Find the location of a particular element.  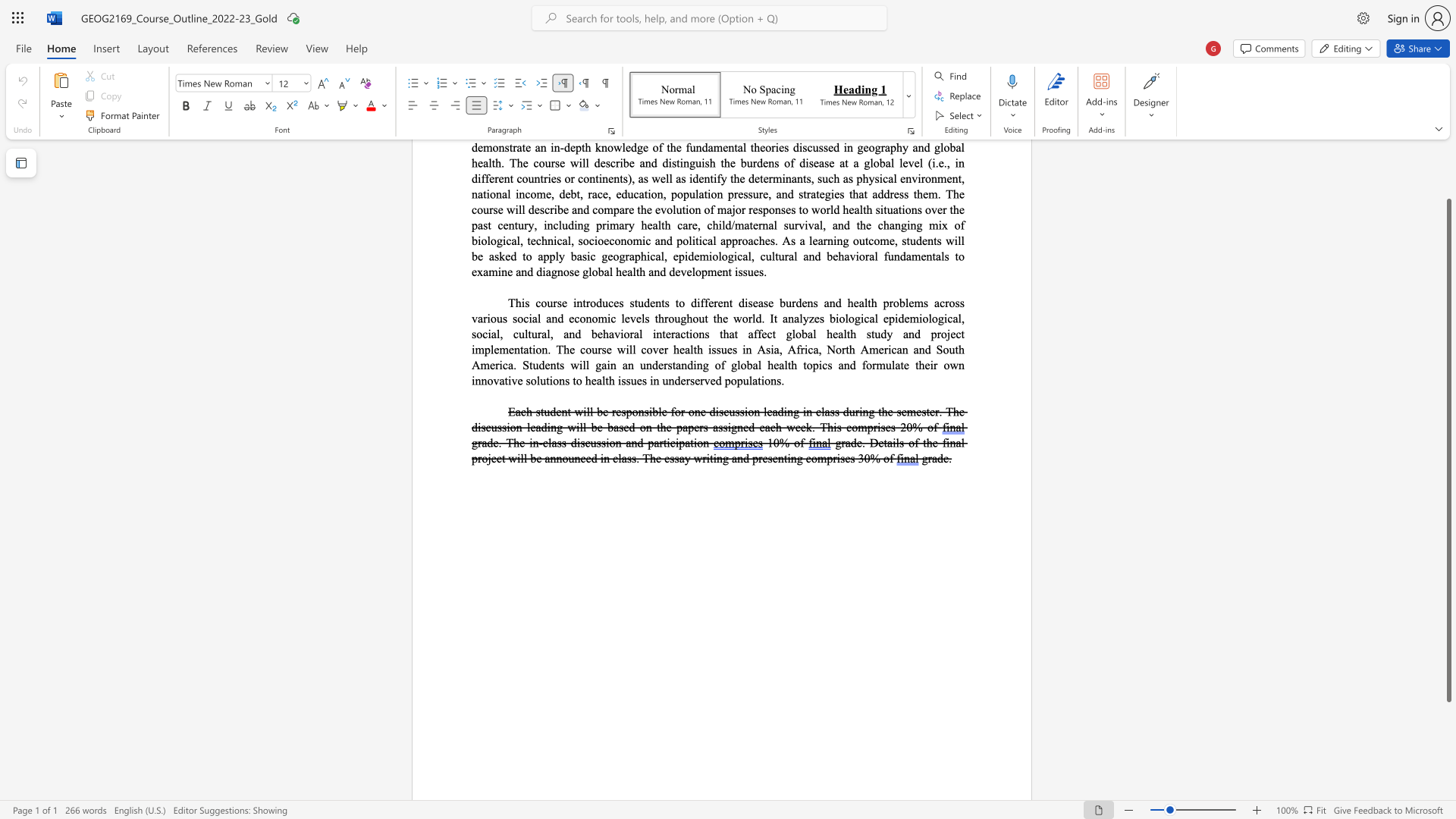

the scrollbar to move the view up is located at coordinates (1448, 166).